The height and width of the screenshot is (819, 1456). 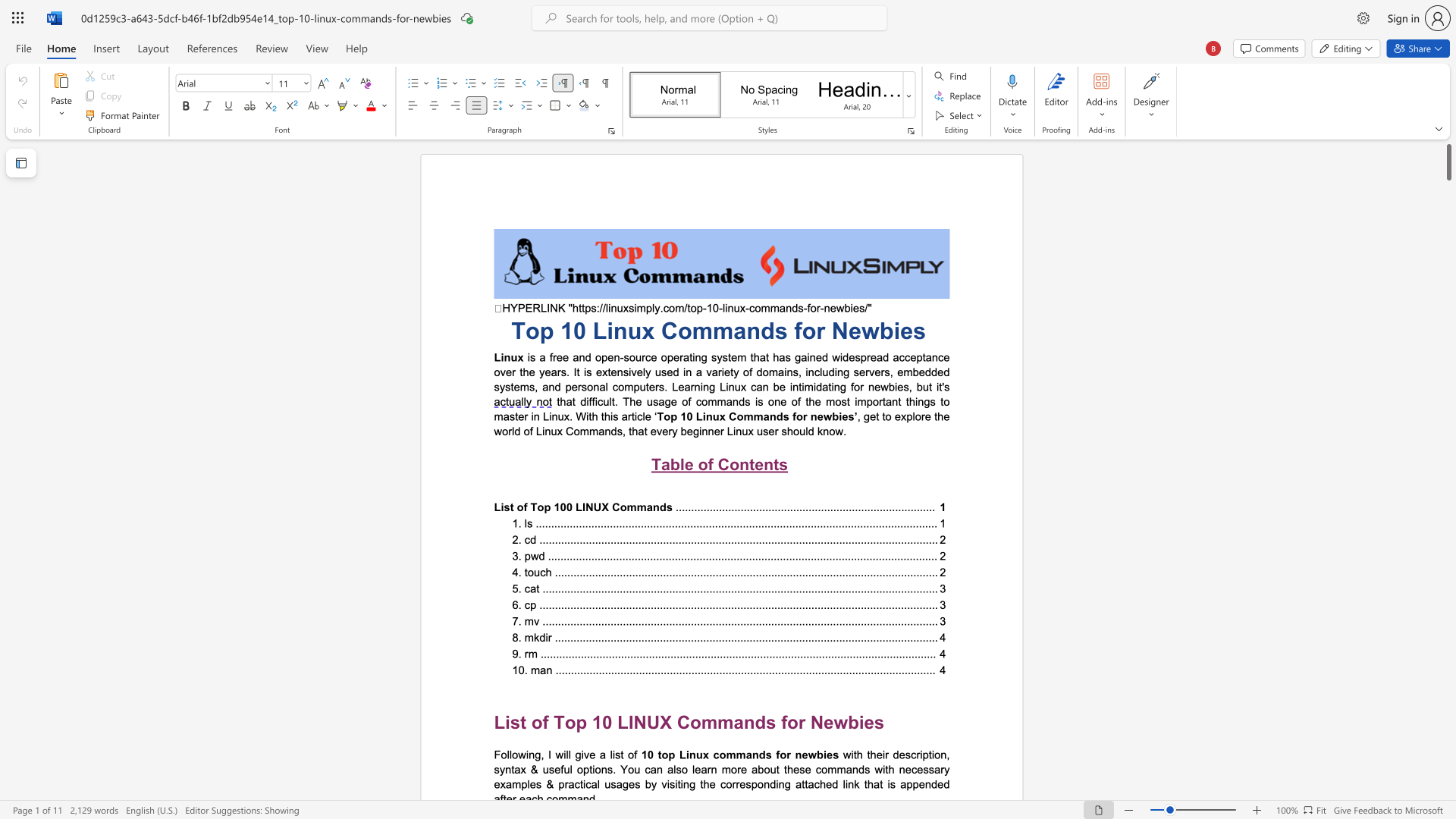 What do you see at coordinates (840, 400) in the screenshot?
I see `the subset text "st im" within the text "is one of the most important things to master in Linux. With this article ‘"` at bounding box center [840, 400].